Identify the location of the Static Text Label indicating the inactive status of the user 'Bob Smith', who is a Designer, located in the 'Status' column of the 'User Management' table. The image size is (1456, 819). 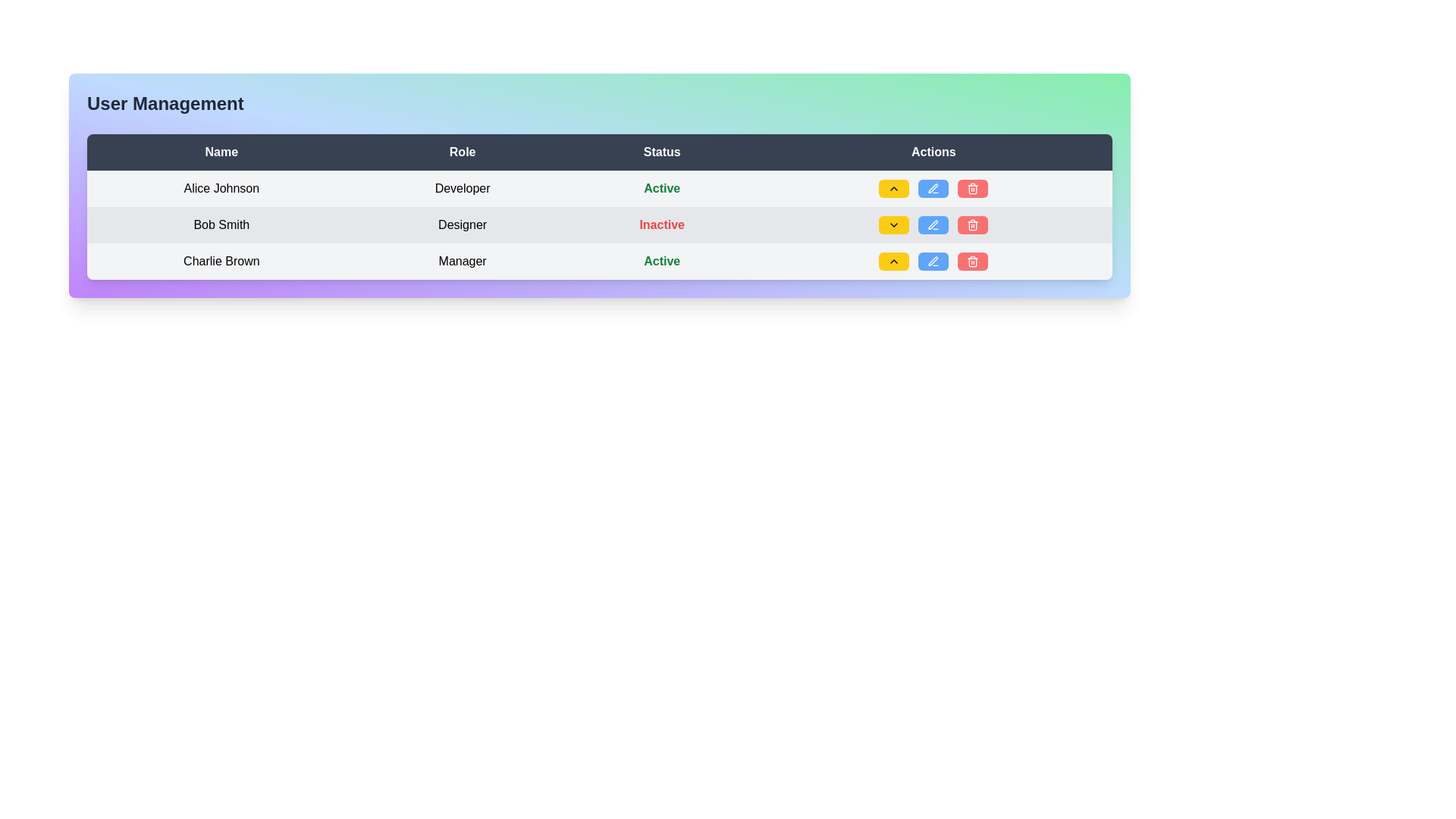
(662, 225).